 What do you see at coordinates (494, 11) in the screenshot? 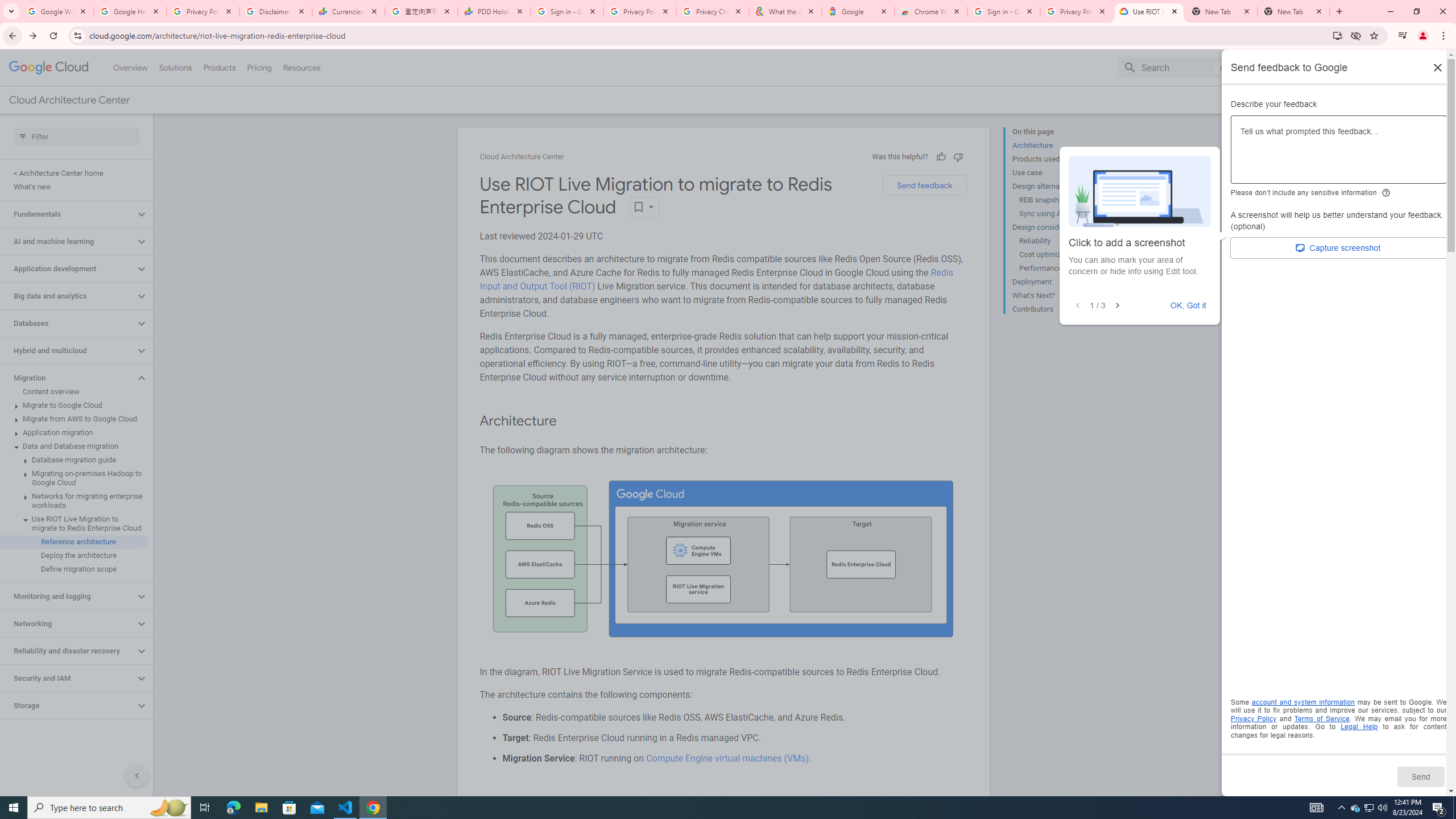
I see `'PDD Holdings Inc - ADR (PDD) Price & News - Google Finance'` at bounding box center [494, 11].